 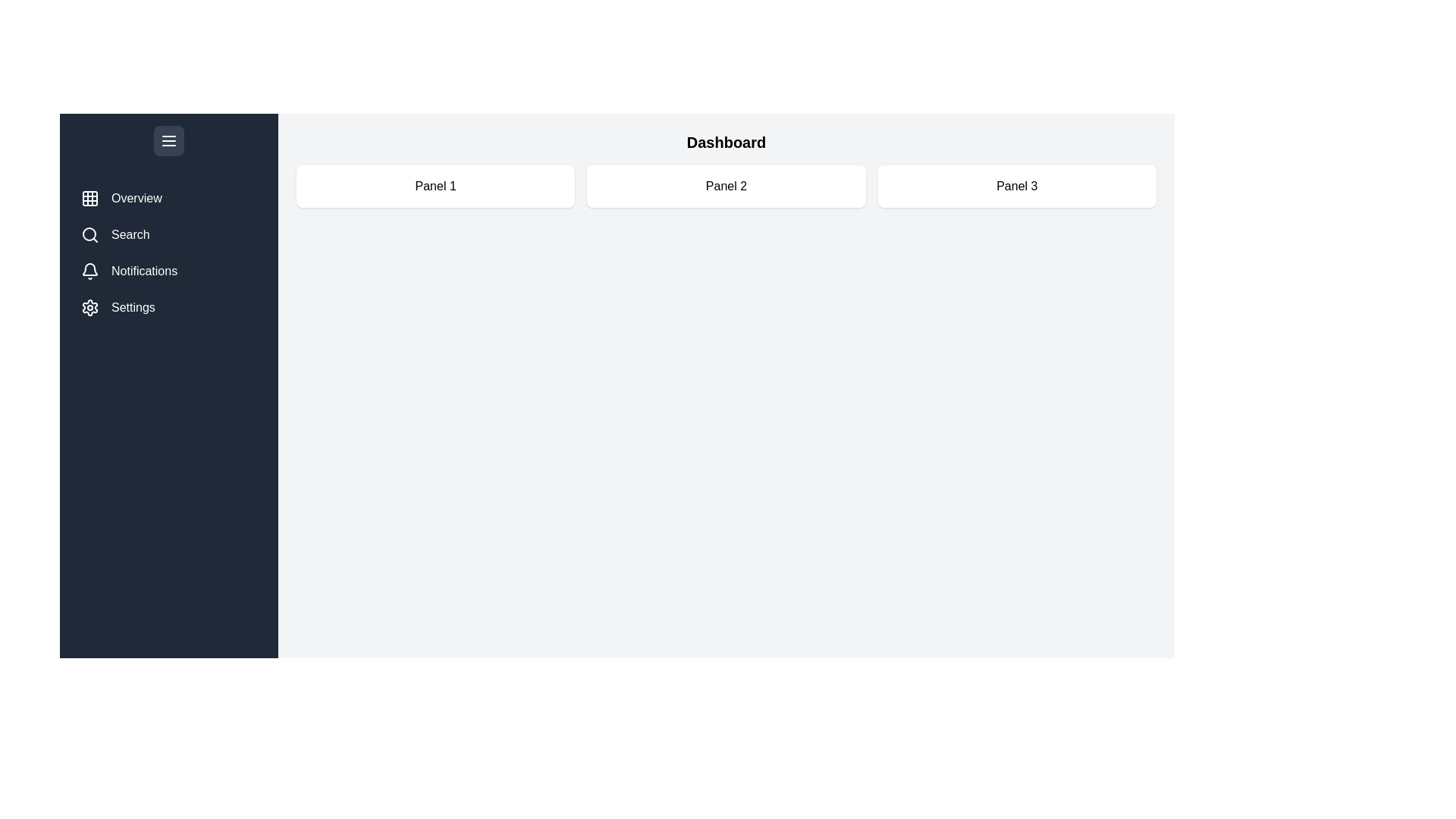 I want to click on the menu item Search to observe its hover effect, so click(x=168, y=234).